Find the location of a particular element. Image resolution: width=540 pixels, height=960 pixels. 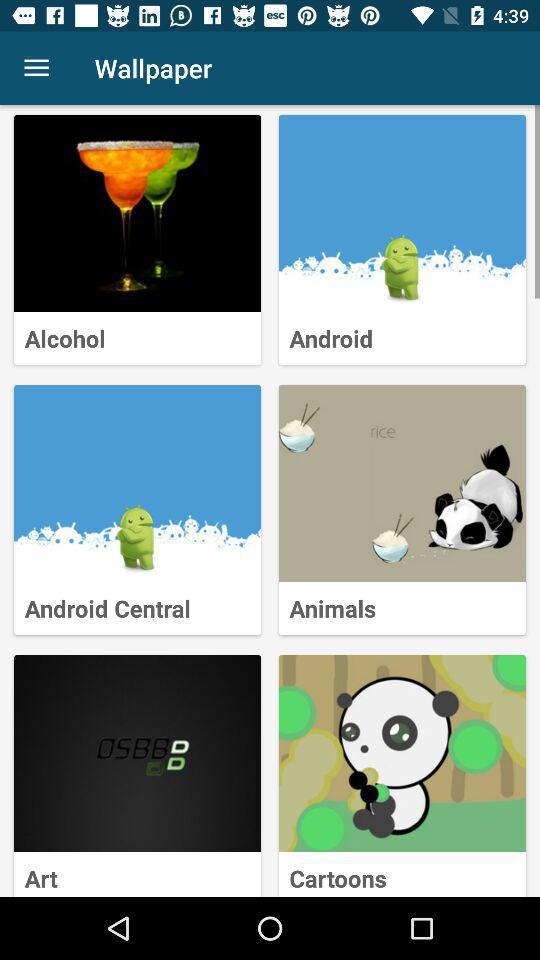

open category is located at coordinates (136, 482).